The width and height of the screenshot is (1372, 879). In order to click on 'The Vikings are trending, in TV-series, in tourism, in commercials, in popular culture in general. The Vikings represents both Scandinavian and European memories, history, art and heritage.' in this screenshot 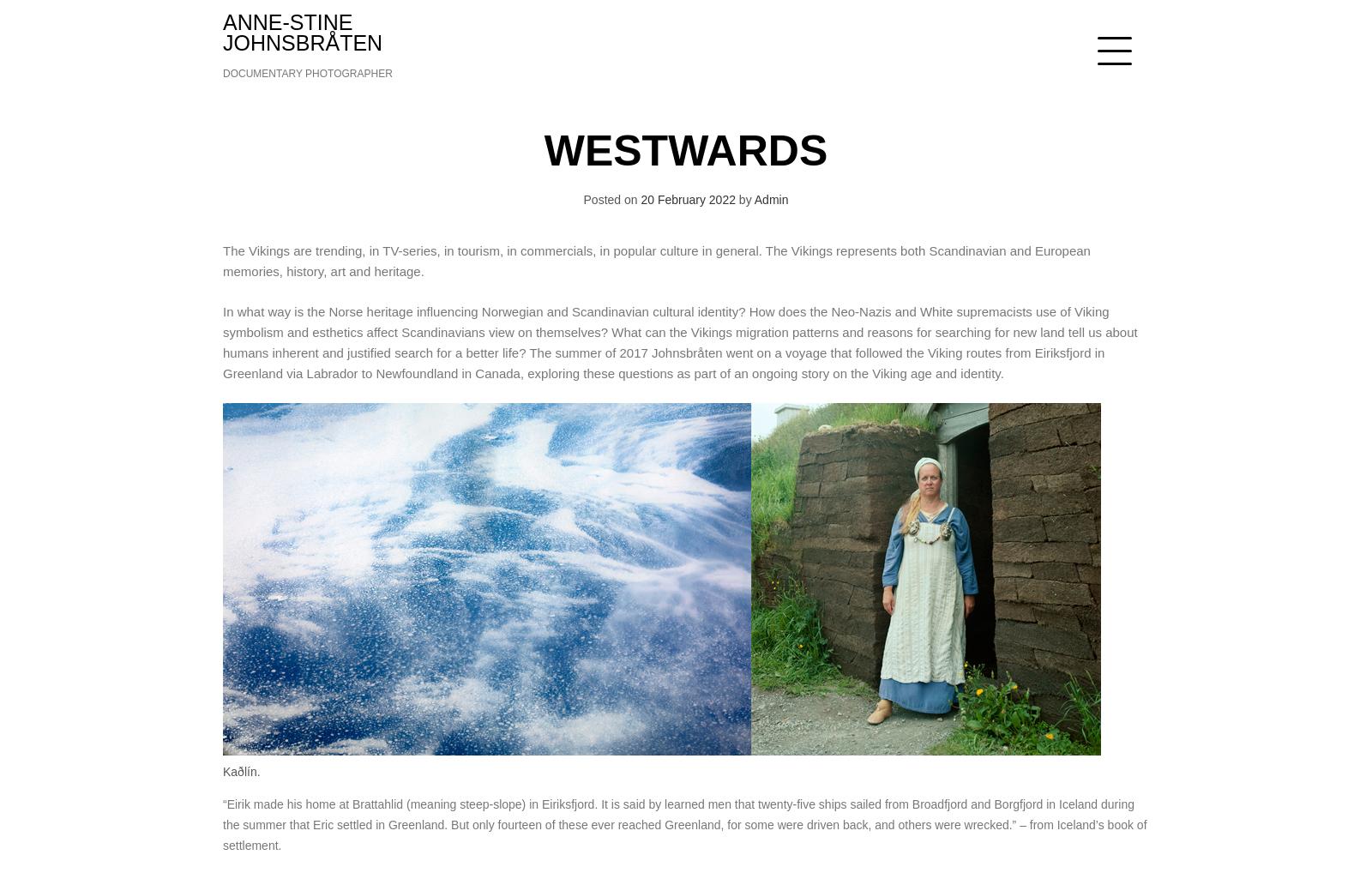, I will do `click(656, 261)`.